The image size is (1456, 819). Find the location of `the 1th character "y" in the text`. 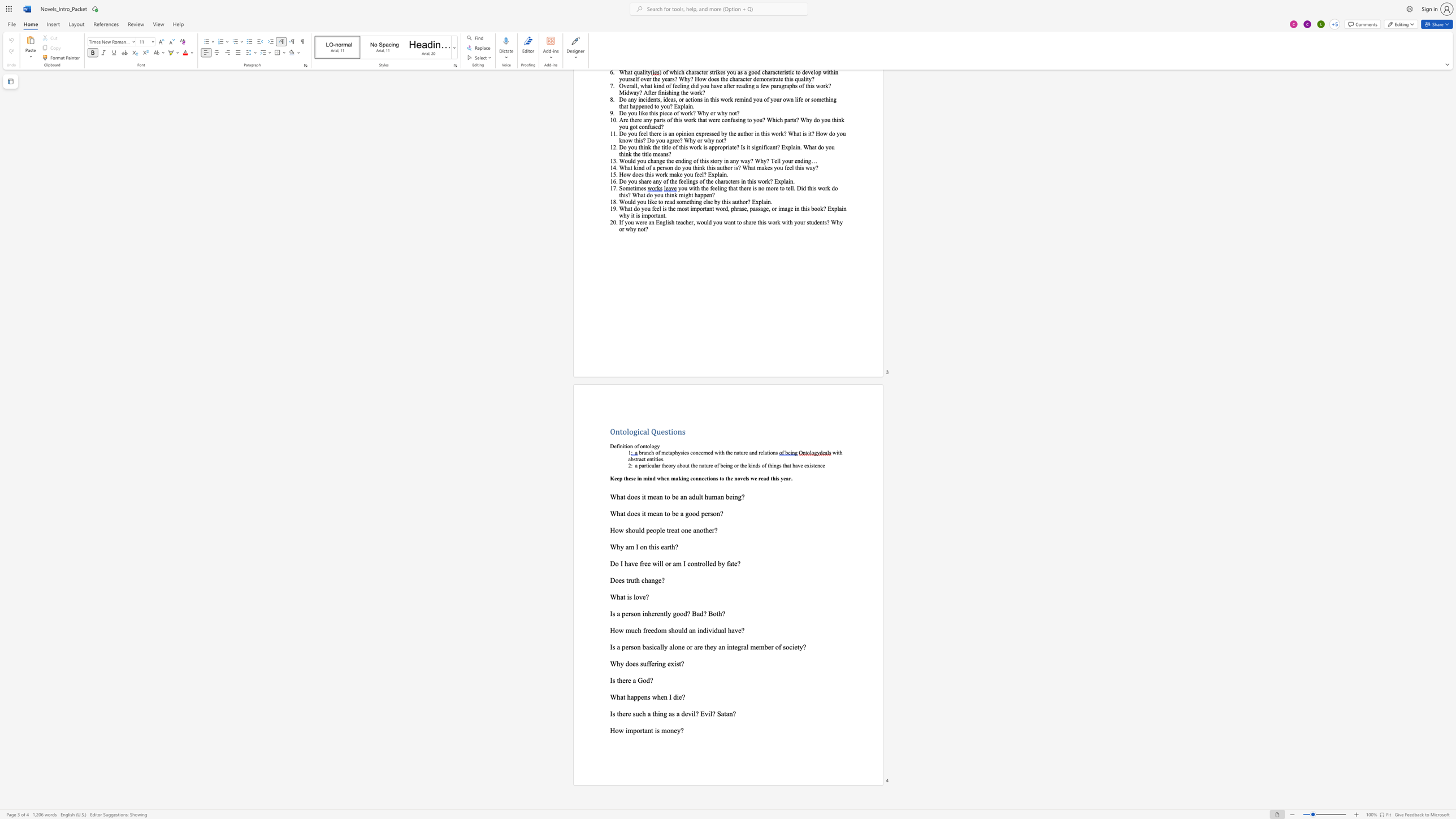

the 1th character "y" in the text is located at coordinates (622, 547).